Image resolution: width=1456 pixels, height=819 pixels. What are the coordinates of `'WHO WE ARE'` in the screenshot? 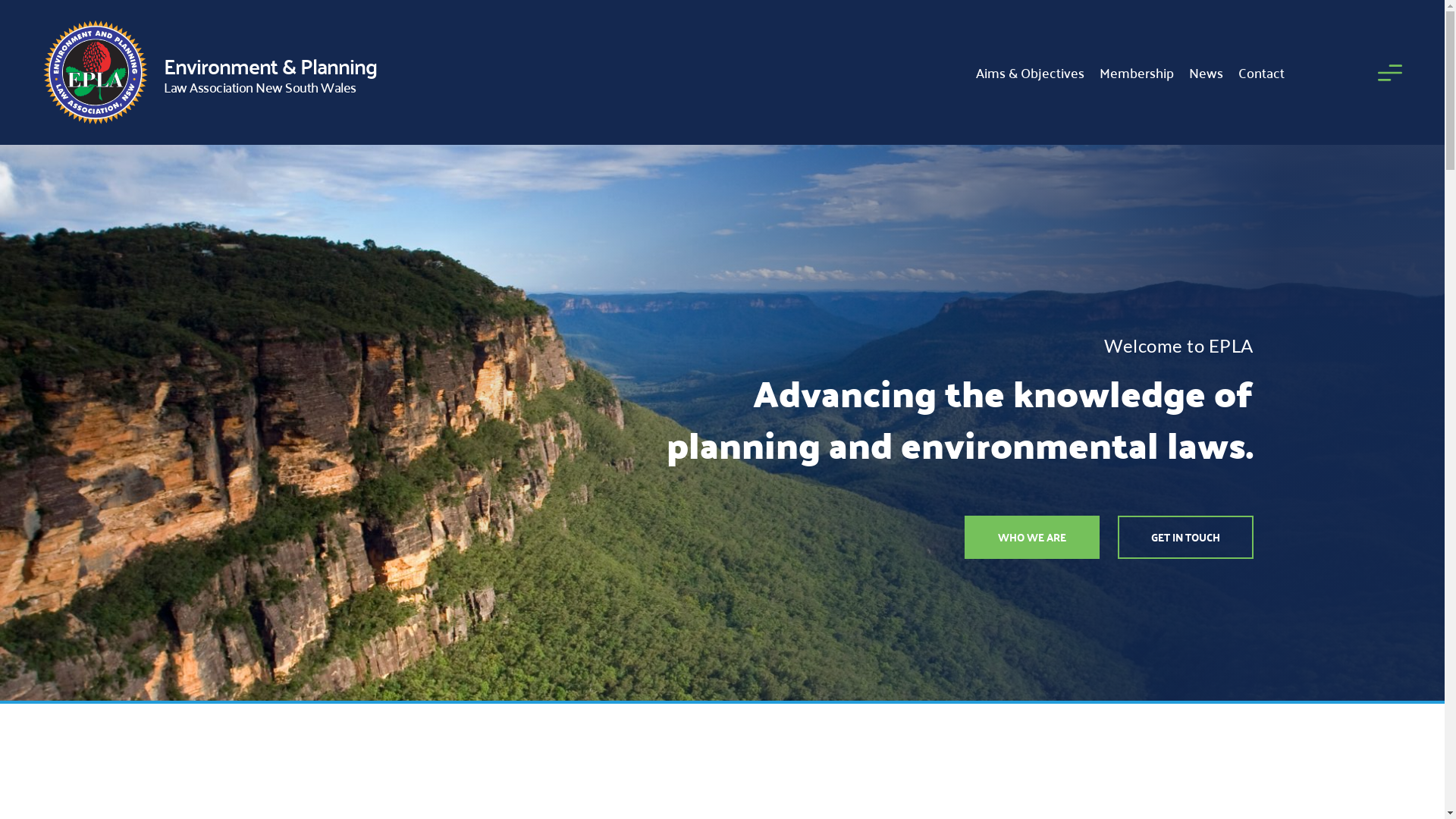 It's located at (1031, 536).